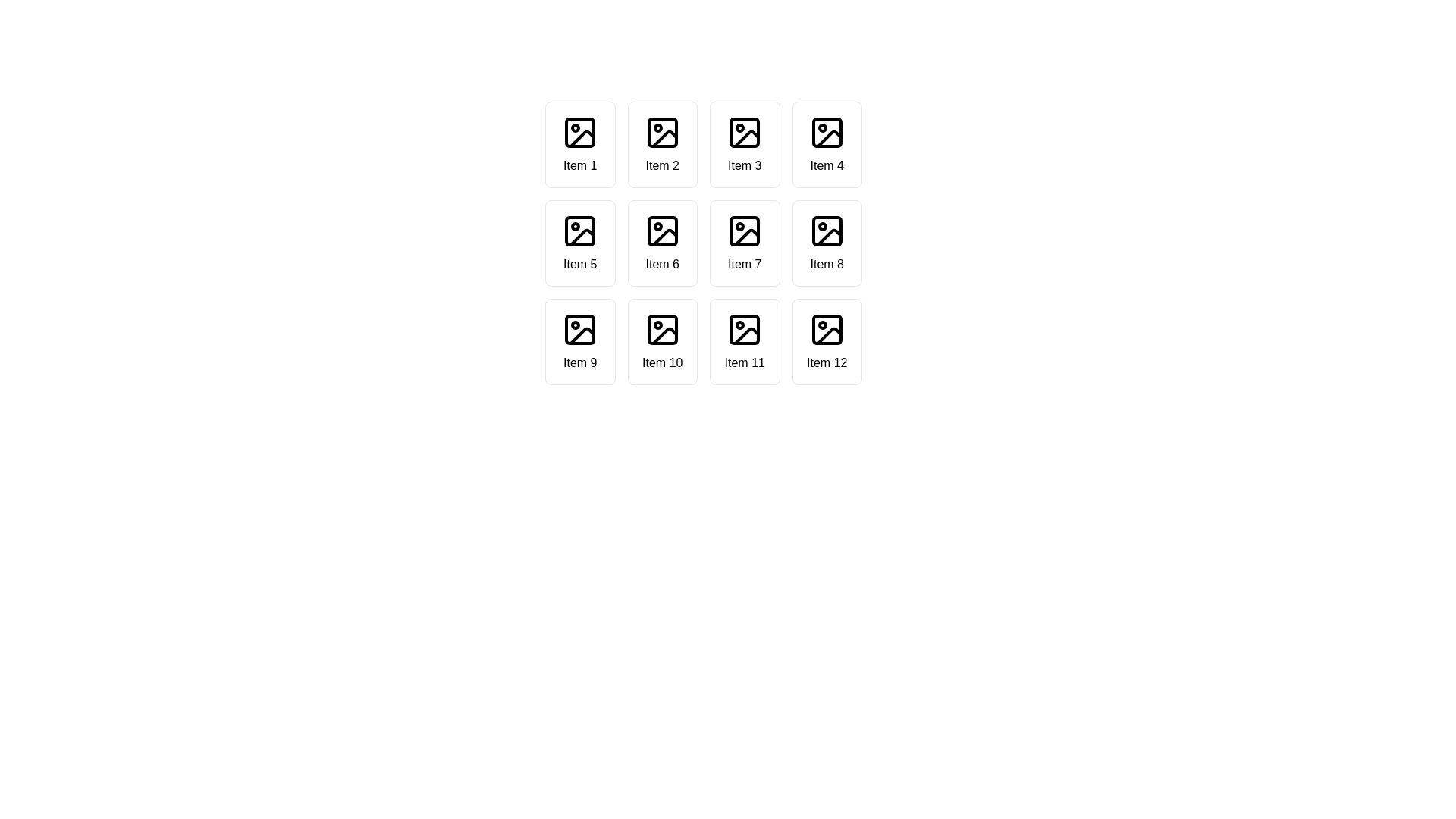  What do you see at coordinates (579, 263) in the screenshot?
I see `text label displaying 'Item 5', which is centered below an image icon in the second row, first column of a grid layout` at bounding box center [579, 263].